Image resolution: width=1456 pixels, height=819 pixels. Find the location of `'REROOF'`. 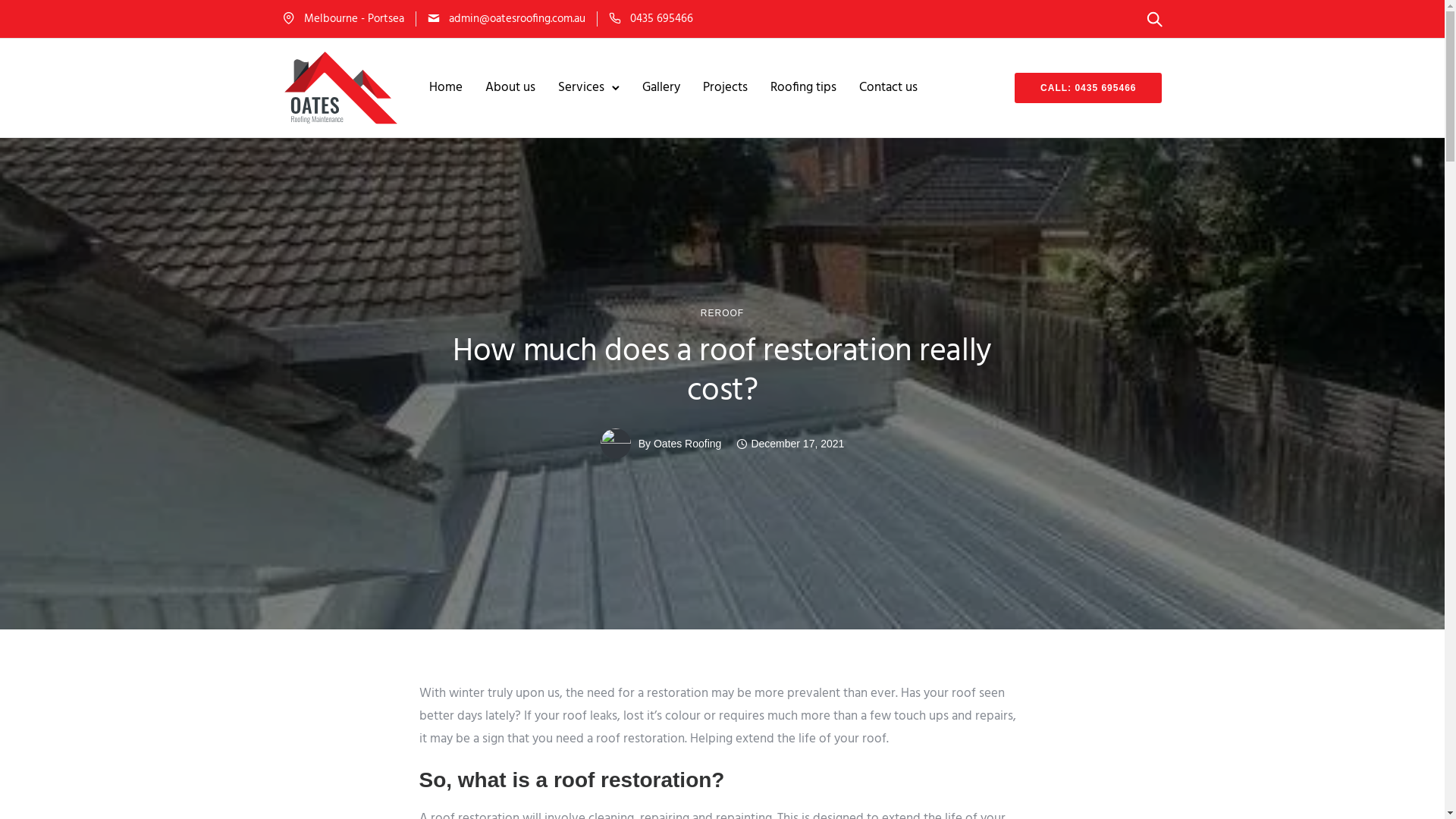

'REROOF' is located at coordinates (721, 312).